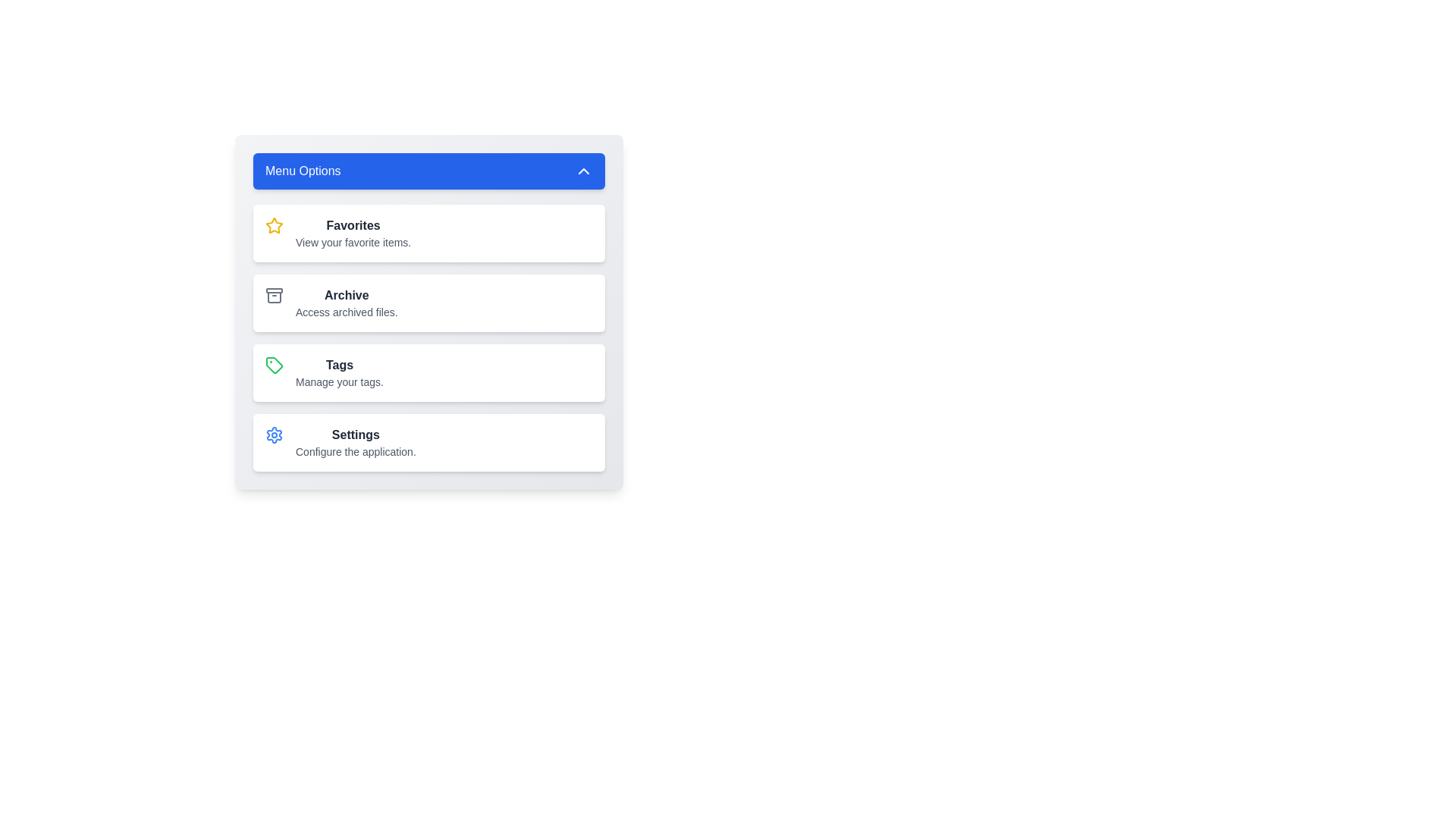 Image resolution: width=1456 pixels, height=819 pixels. What do you see at coordinates (274, 225) in the screenshot?
I see `the decorative icon representing the 'Favorites' section, located at the top-left corner of the 'Favorites' card, adjacent to its descriptive text` at bounding box center [274, 225].